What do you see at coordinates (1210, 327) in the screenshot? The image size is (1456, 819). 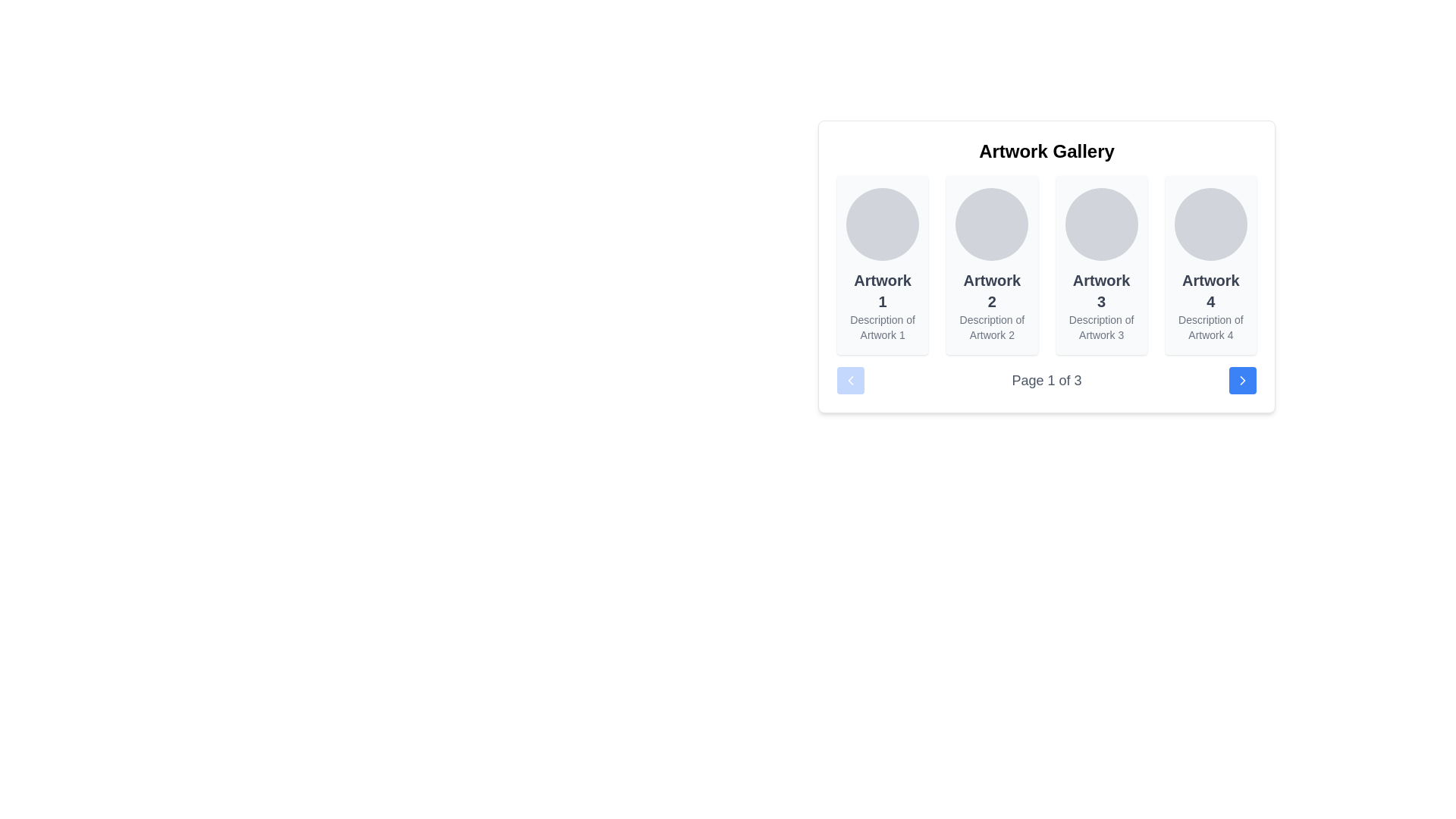 I see `text content of the label displaying 'Description of Artwork 4', which is styled in gray color and is centered beneath the 'Artwork 4' text` at bounding box center [1210, 327].